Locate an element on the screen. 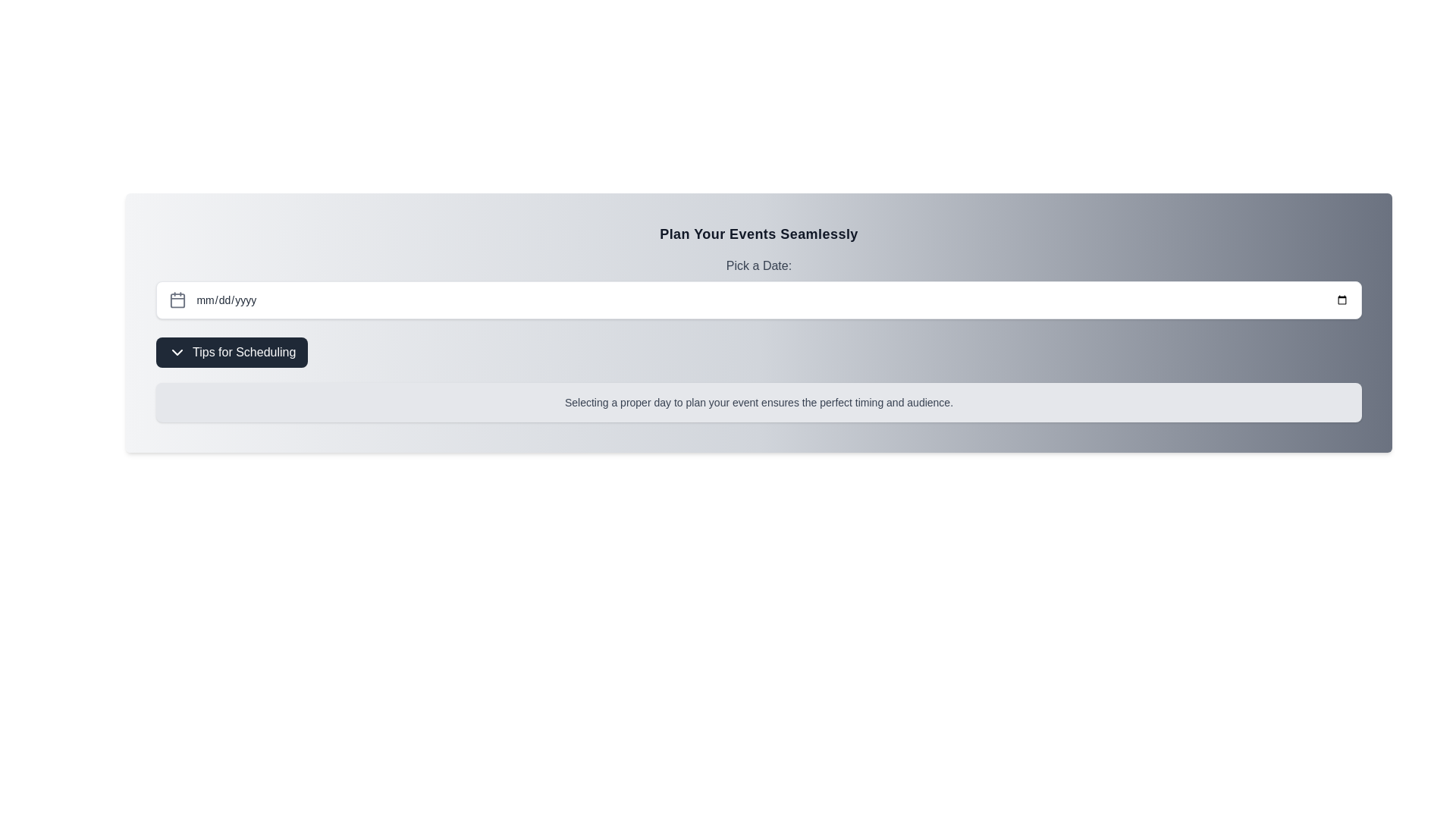 This screenshot has height=819, width=1456. the Informational Text located beneath the 'Tips for Scheduling' button in the 'Plan Your Events Seamlessly' section, which has a gray background and rounded borders, displaying the message: 'Selecting a proper day to plan your event ensures the perfect timing and audience.' is located at coordinates (759, 402).